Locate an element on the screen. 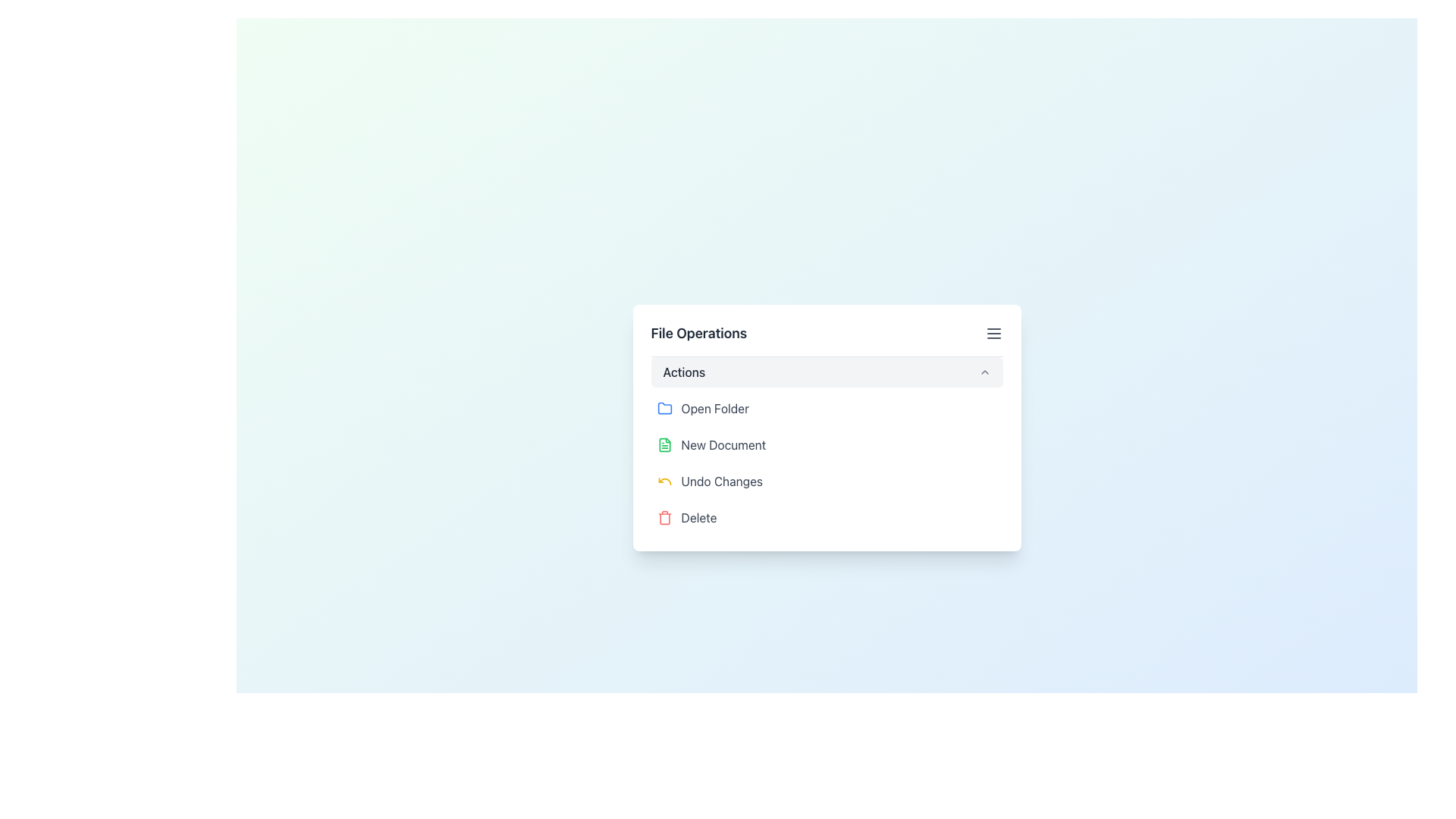  the central part of the red trash bin icon, which represents a delete action, located at the bottom of the file operations options menu is located at coordinates (664, 518).